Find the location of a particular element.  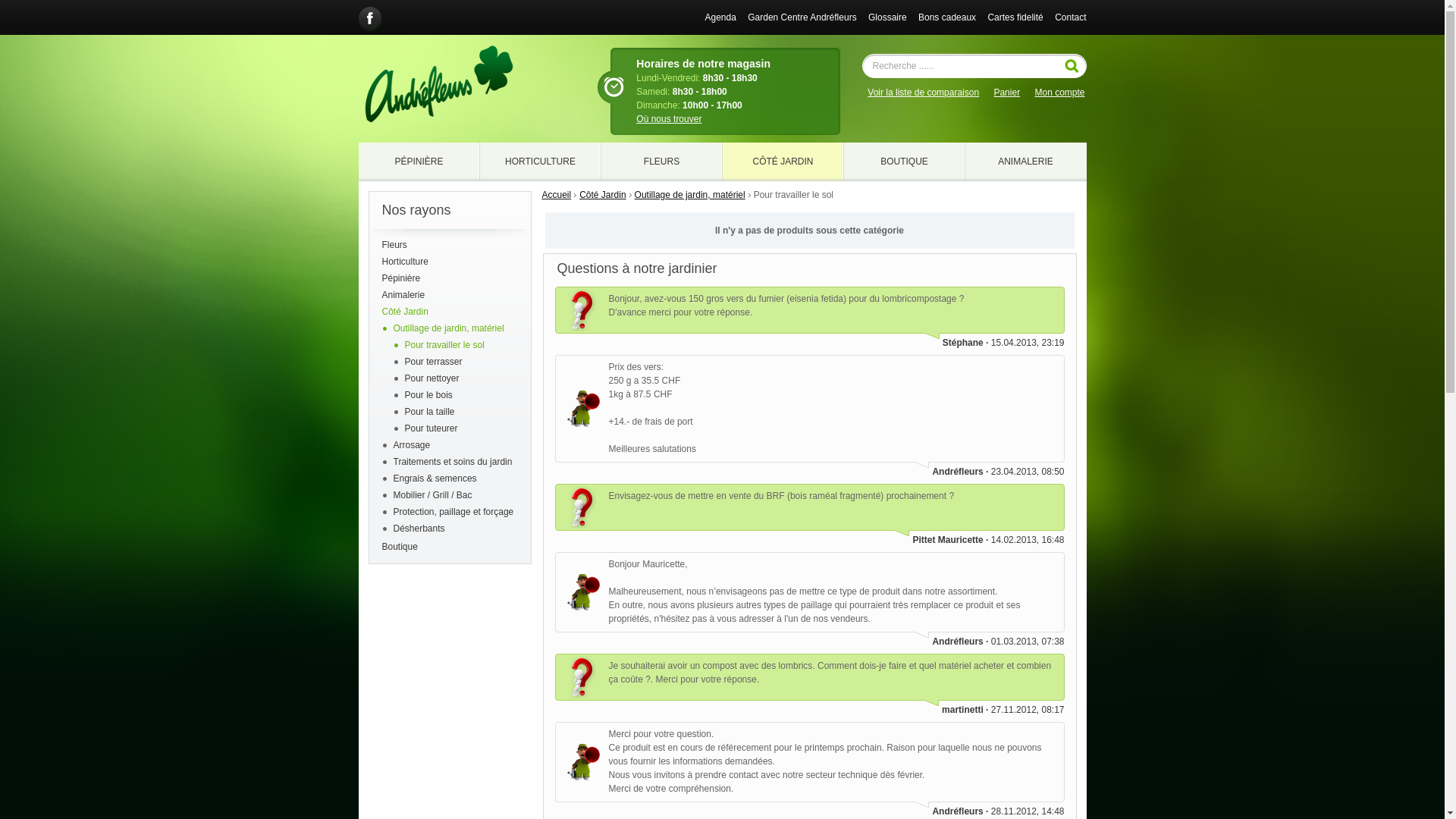

'Panier' is located at coordinates (1006, 93).